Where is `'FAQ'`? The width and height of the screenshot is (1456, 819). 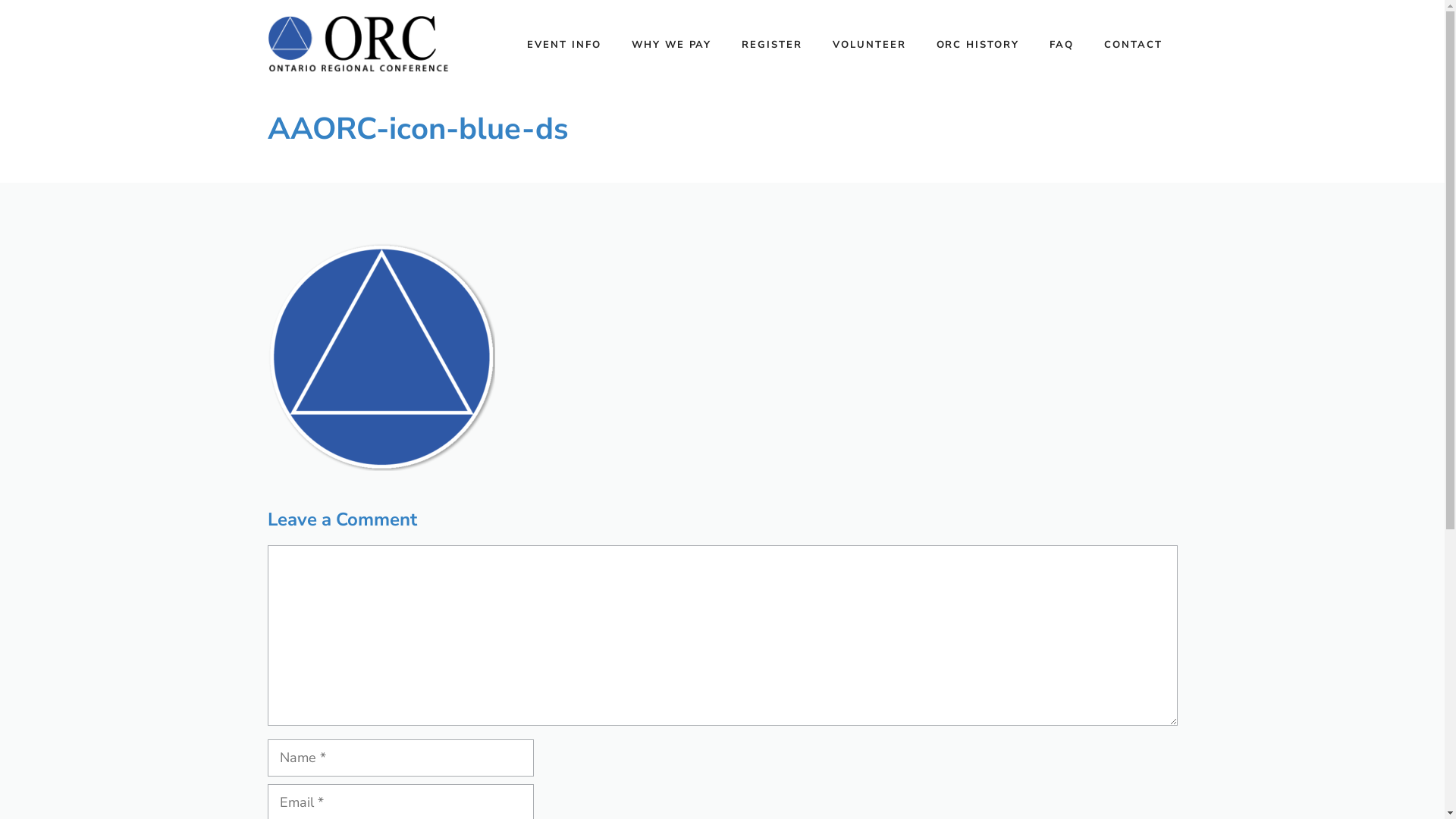 'FAQ' is located at coordinates (1061, 43).